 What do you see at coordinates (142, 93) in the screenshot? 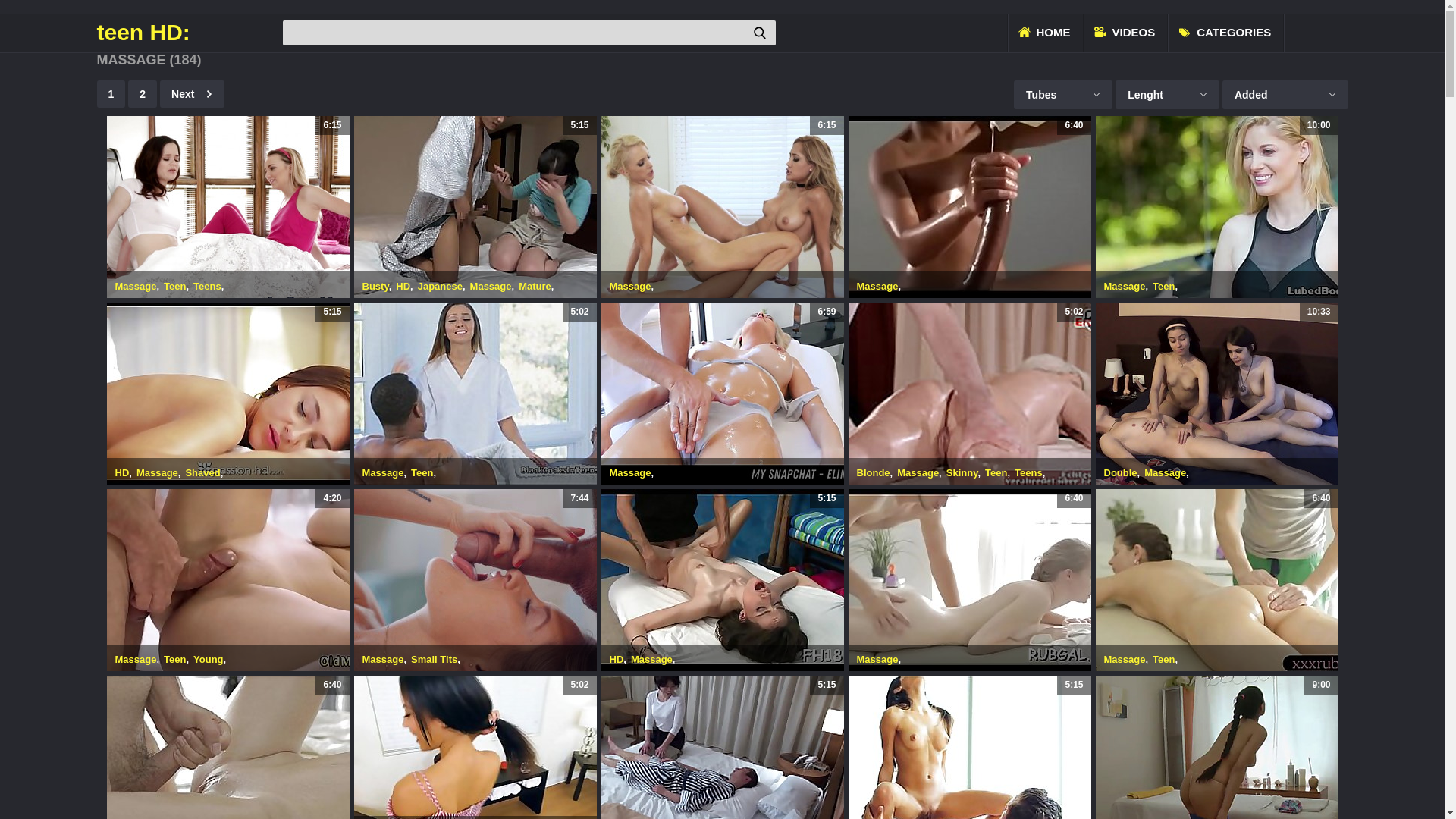
I see `'2'` at bounding box center [142, 93].